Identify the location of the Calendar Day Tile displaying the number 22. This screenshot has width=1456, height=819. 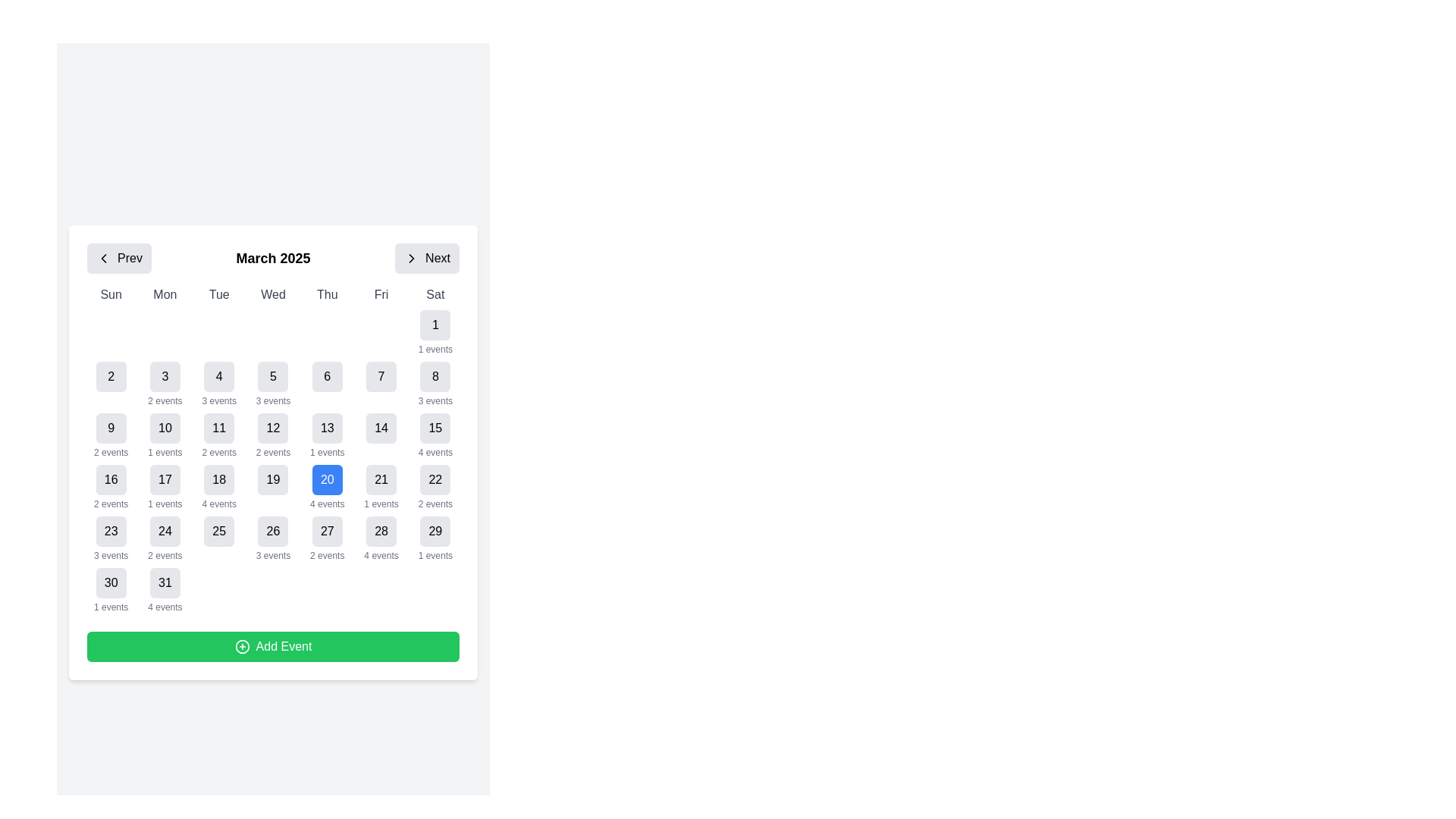
(435, 488).